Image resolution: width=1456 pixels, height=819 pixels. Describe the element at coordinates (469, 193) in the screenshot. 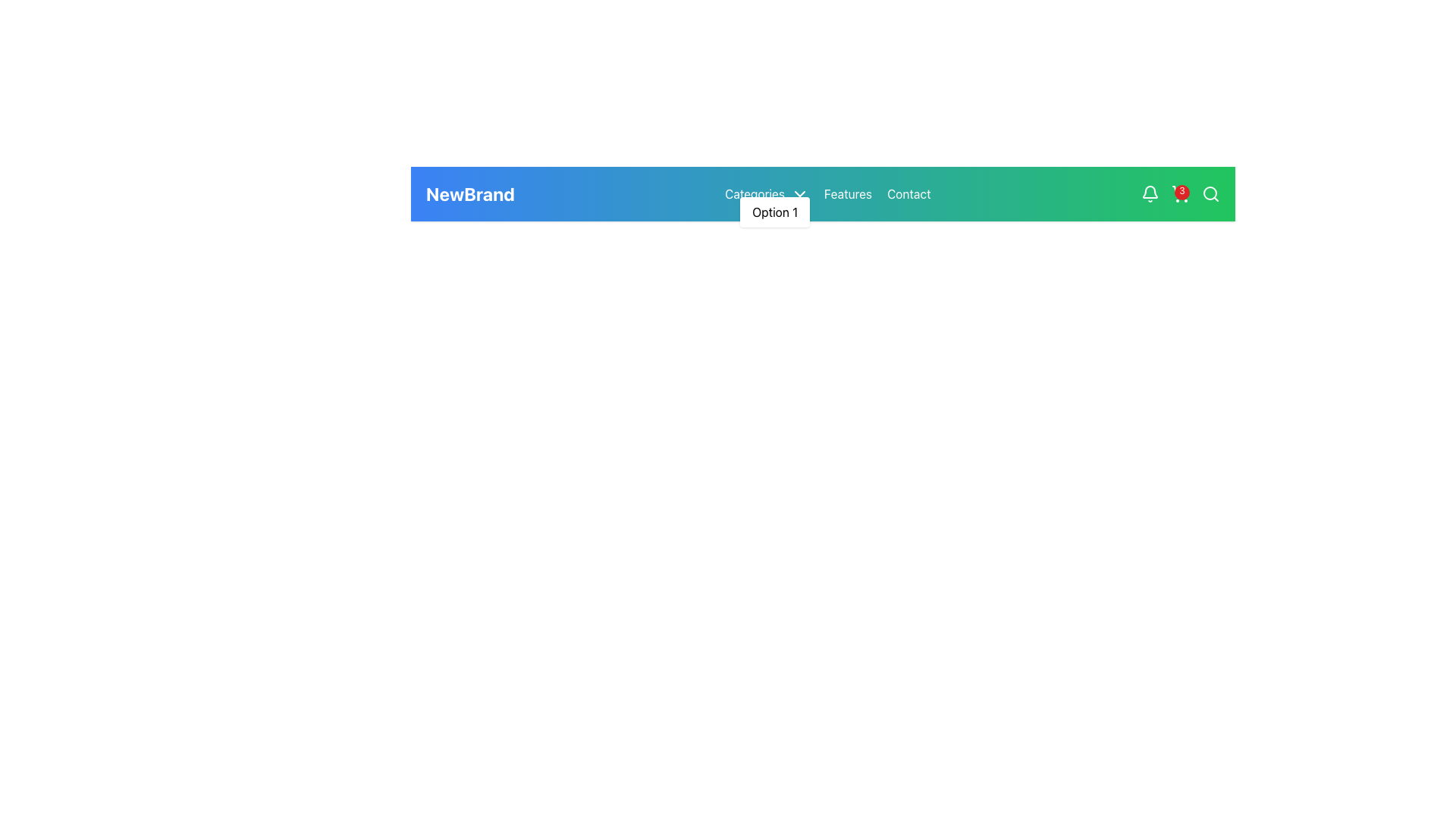

I see `the branding label 'NewBrand' located at the top navigation bar, which is the first item aligned to the far left, preceding other menu options` at that location.